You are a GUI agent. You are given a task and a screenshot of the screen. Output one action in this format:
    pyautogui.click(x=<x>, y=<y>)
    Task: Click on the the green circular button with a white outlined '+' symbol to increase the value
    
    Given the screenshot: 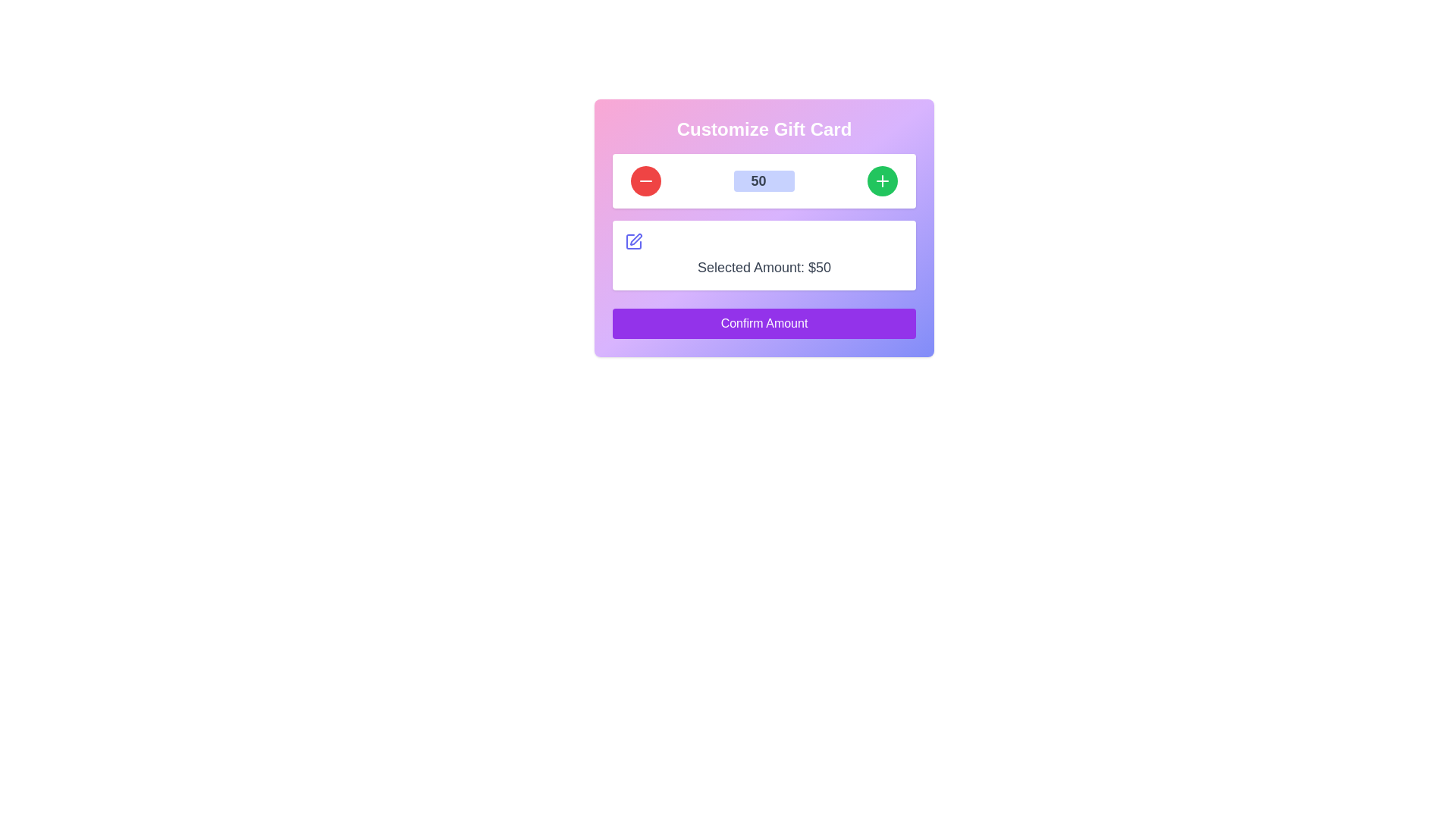 What is the action you would take?
    pyautogui.click(x=882, y=180)
    